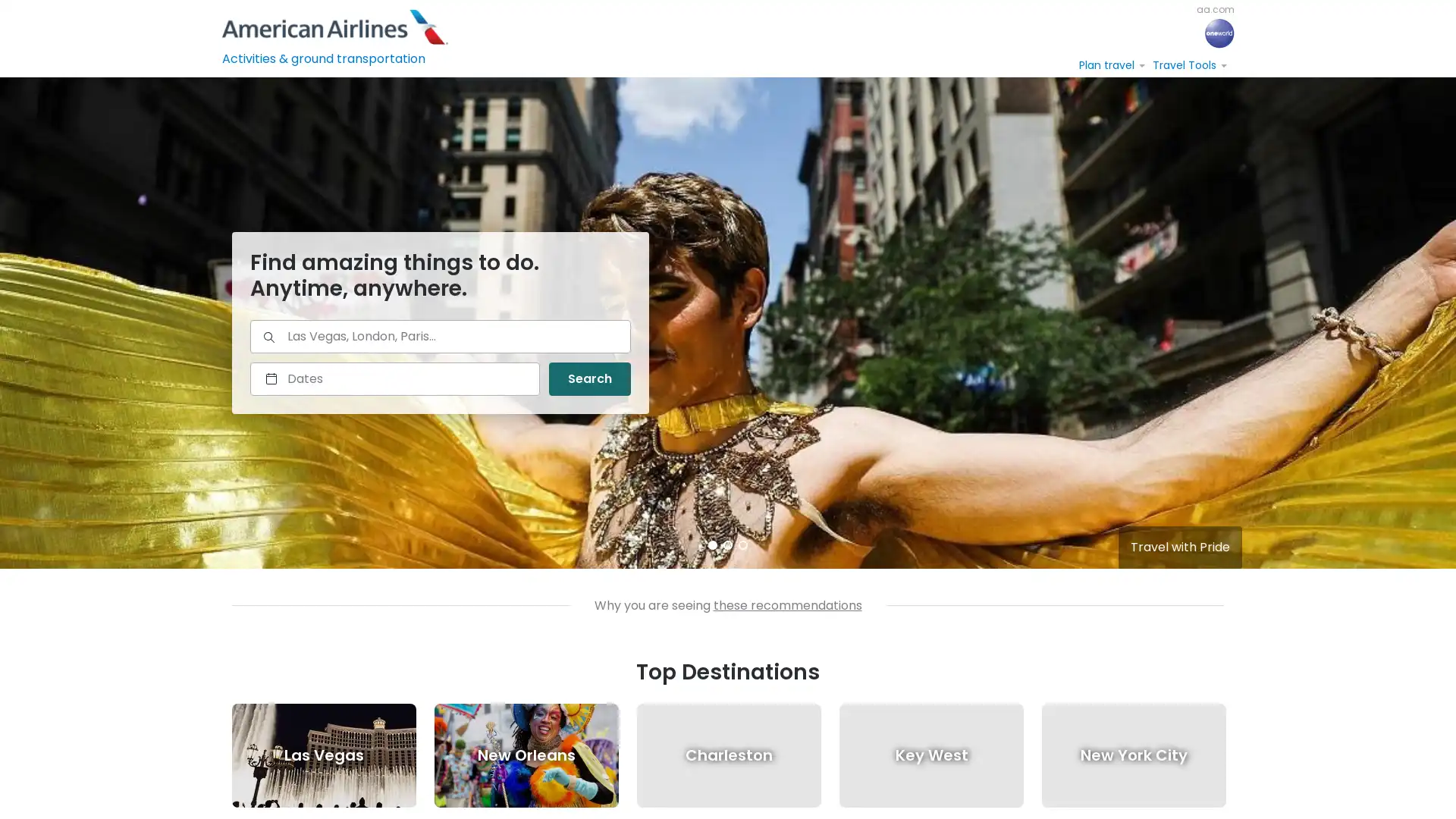 This screenshot has width=1456, height=819. I want to click on Search, so click(588, 161).